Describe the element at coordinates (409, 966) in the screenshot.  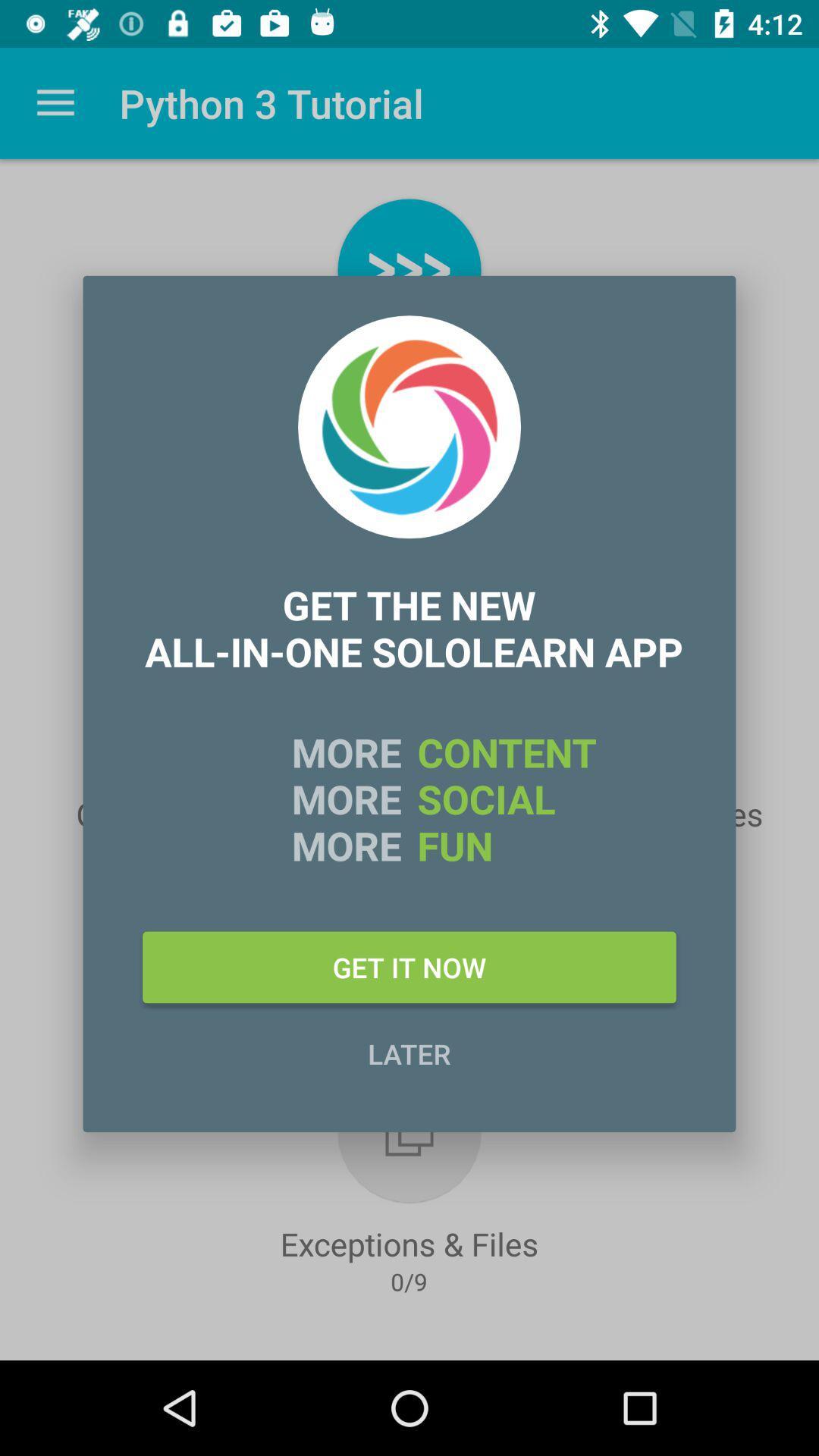
I see `the get it now item` at that location.